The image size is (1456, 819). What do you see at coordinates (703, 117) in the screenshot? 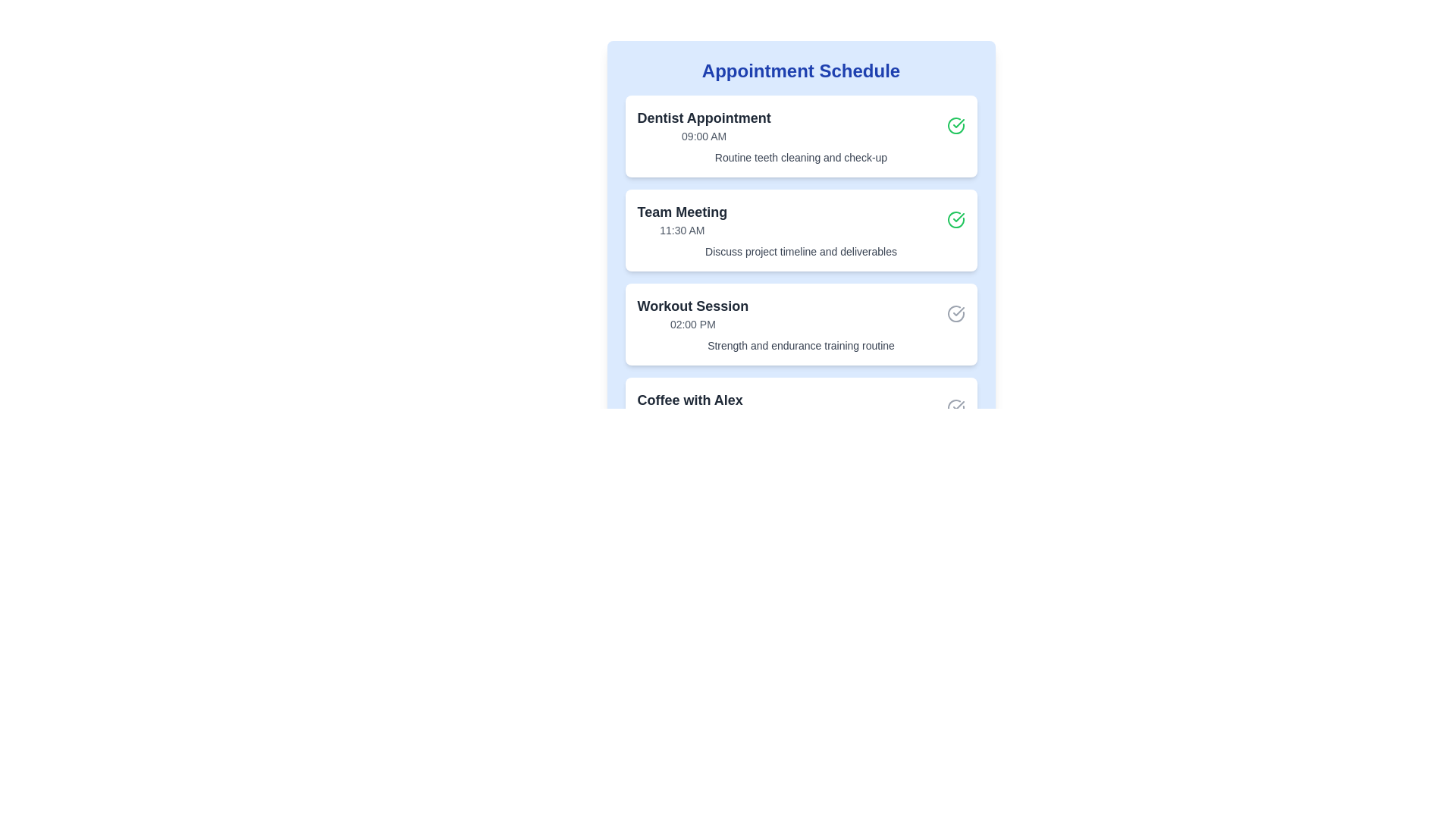
I see `the 'Dentist Appointment' text label element, which is displayed in bold, large-sized, dark gray font as part of an appointment card, positioned above the appointment time '09:00 AM'` at bounding box center [703, 117].